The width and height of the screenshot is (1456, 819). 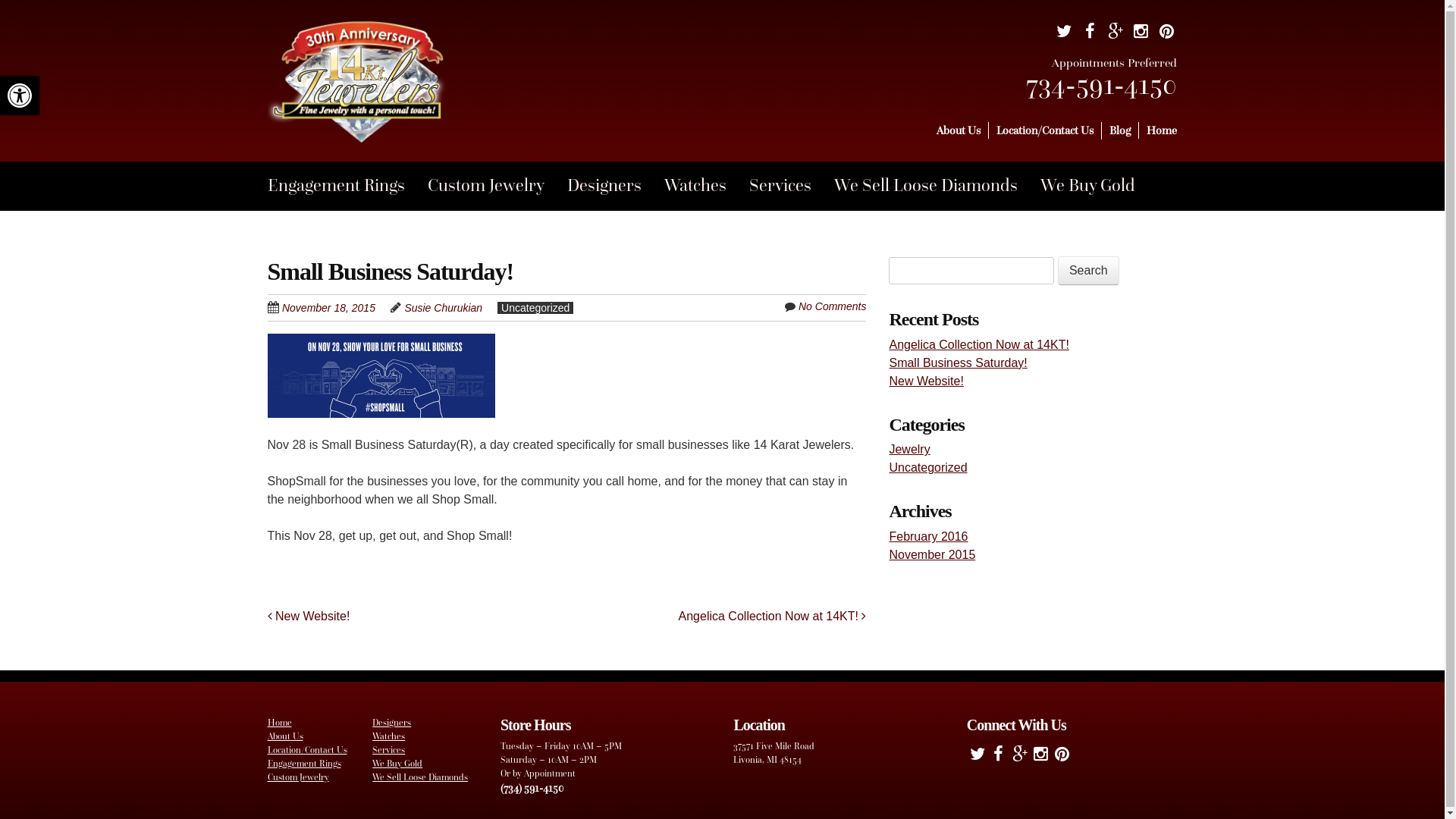 I want to click on 'Follow me on G+', so click(x=1019, y=757).